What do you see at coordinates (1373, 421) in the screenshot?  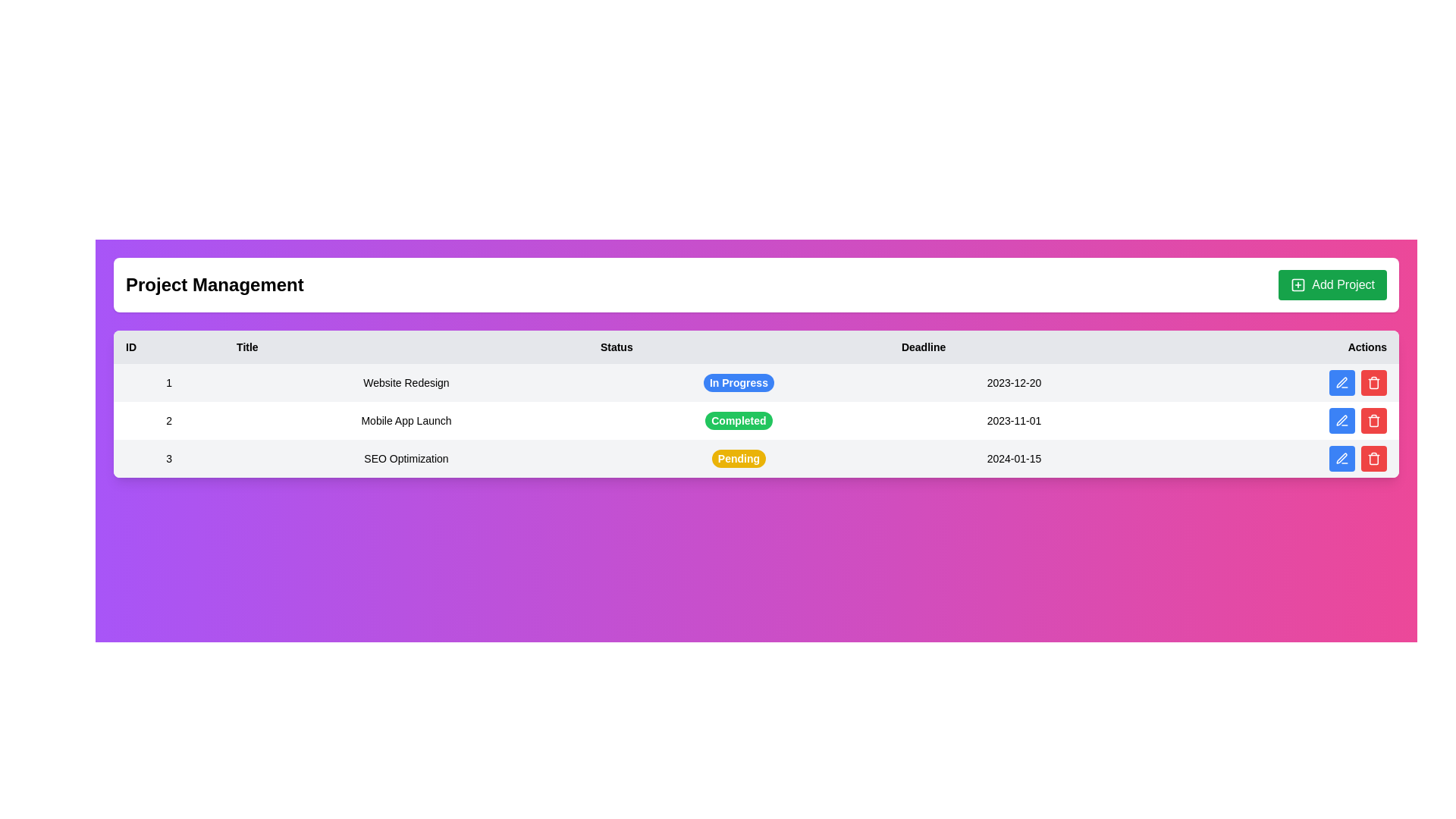 I see `the 'Delete' button, which is the second button in the 'Actions' column of the third row in the table, positioned immediately to the right of a blue button` at bounding box center [1373, 421].